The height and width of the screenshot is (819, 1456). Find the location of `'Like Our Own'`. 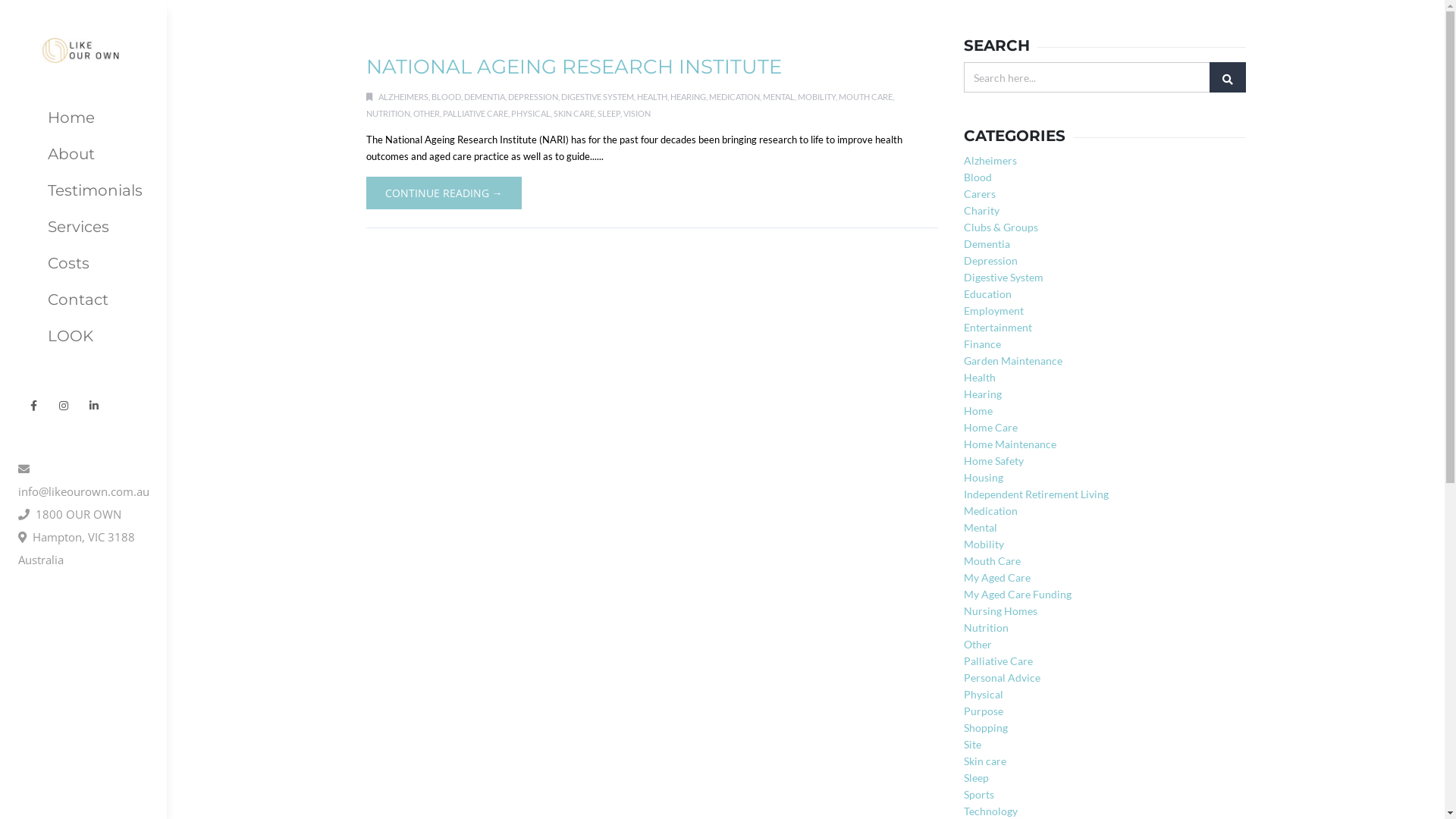

'Like Our Own' is located at coordinates (83, 31).